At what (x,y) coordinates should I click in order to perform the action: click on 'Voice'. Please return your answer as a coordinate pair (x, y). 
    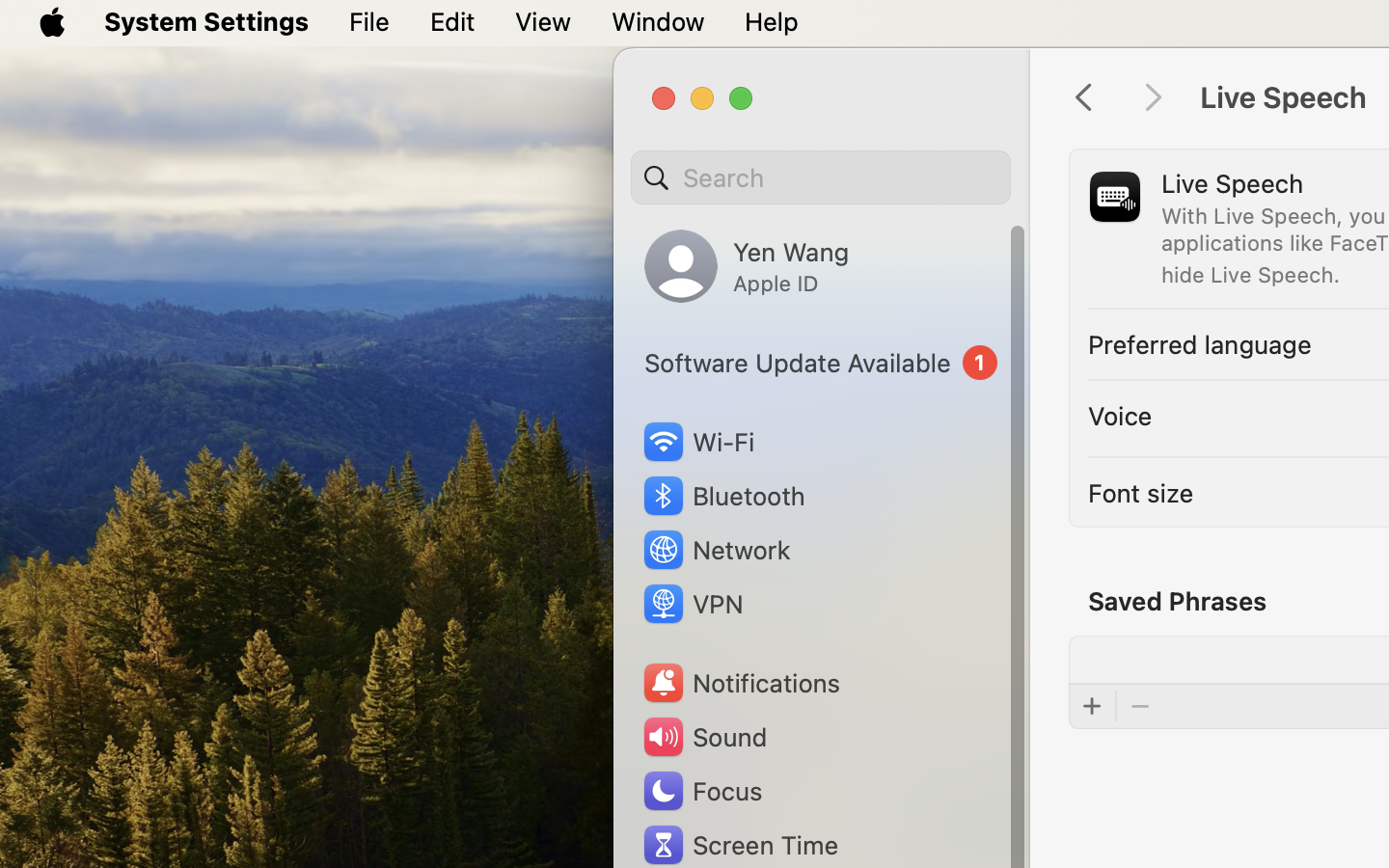
    Looking at the image, I should click on (1120, 415).